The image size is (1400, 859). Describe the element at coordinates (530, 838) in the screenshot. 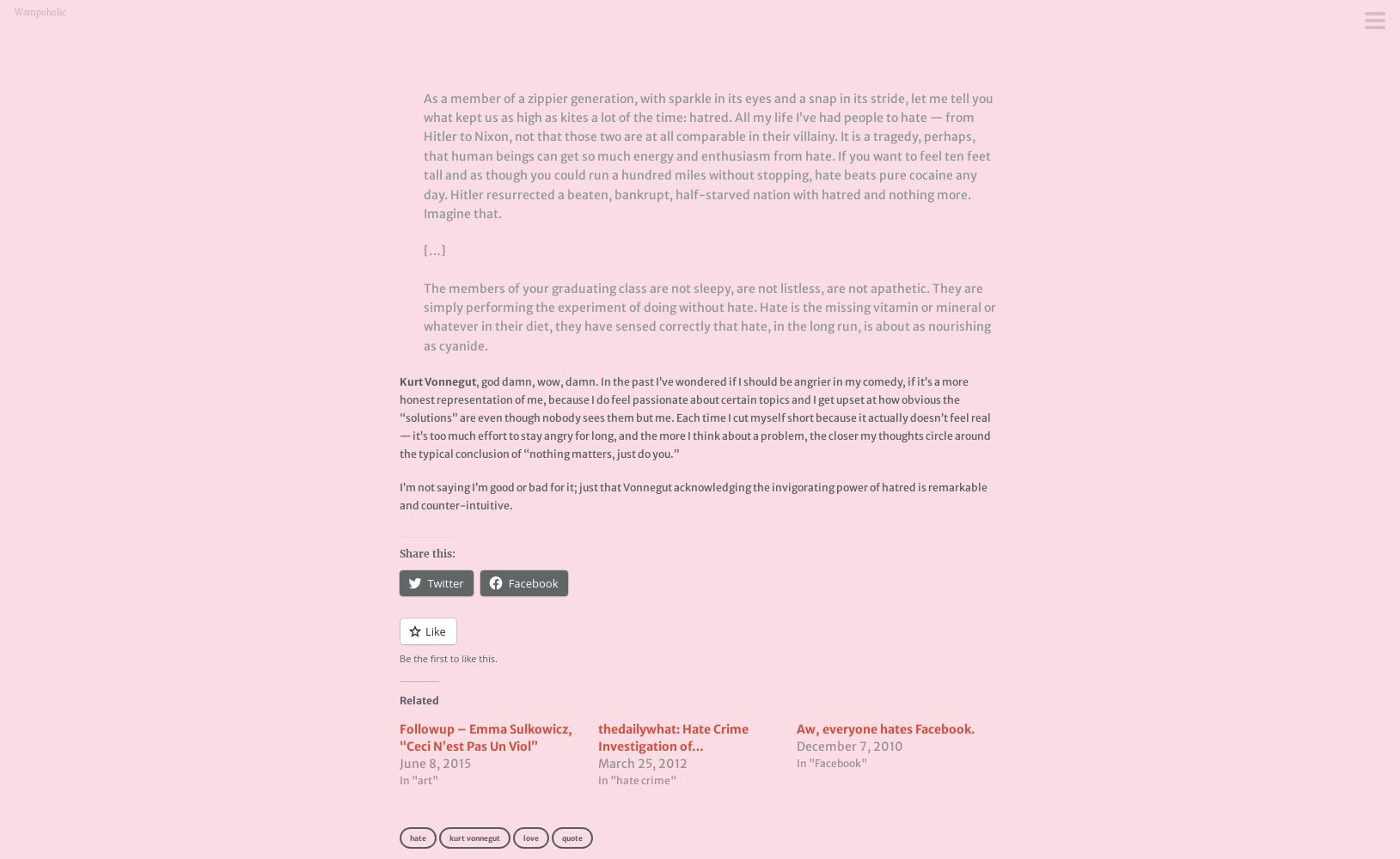

I see `'love'` at that location.